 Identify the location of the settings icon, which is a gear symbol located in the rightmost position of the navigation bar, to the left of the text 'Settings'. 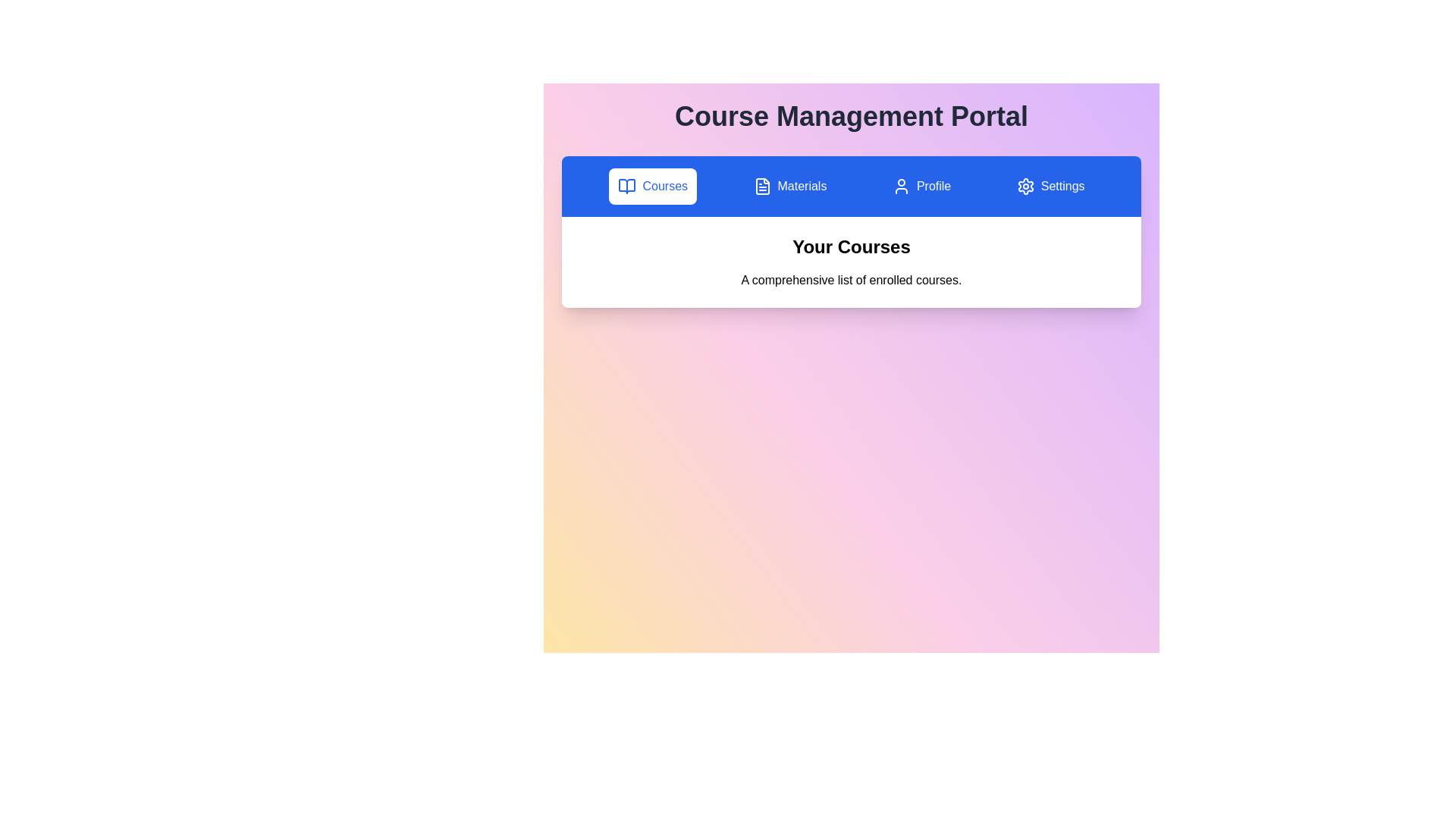
(1025, 186).